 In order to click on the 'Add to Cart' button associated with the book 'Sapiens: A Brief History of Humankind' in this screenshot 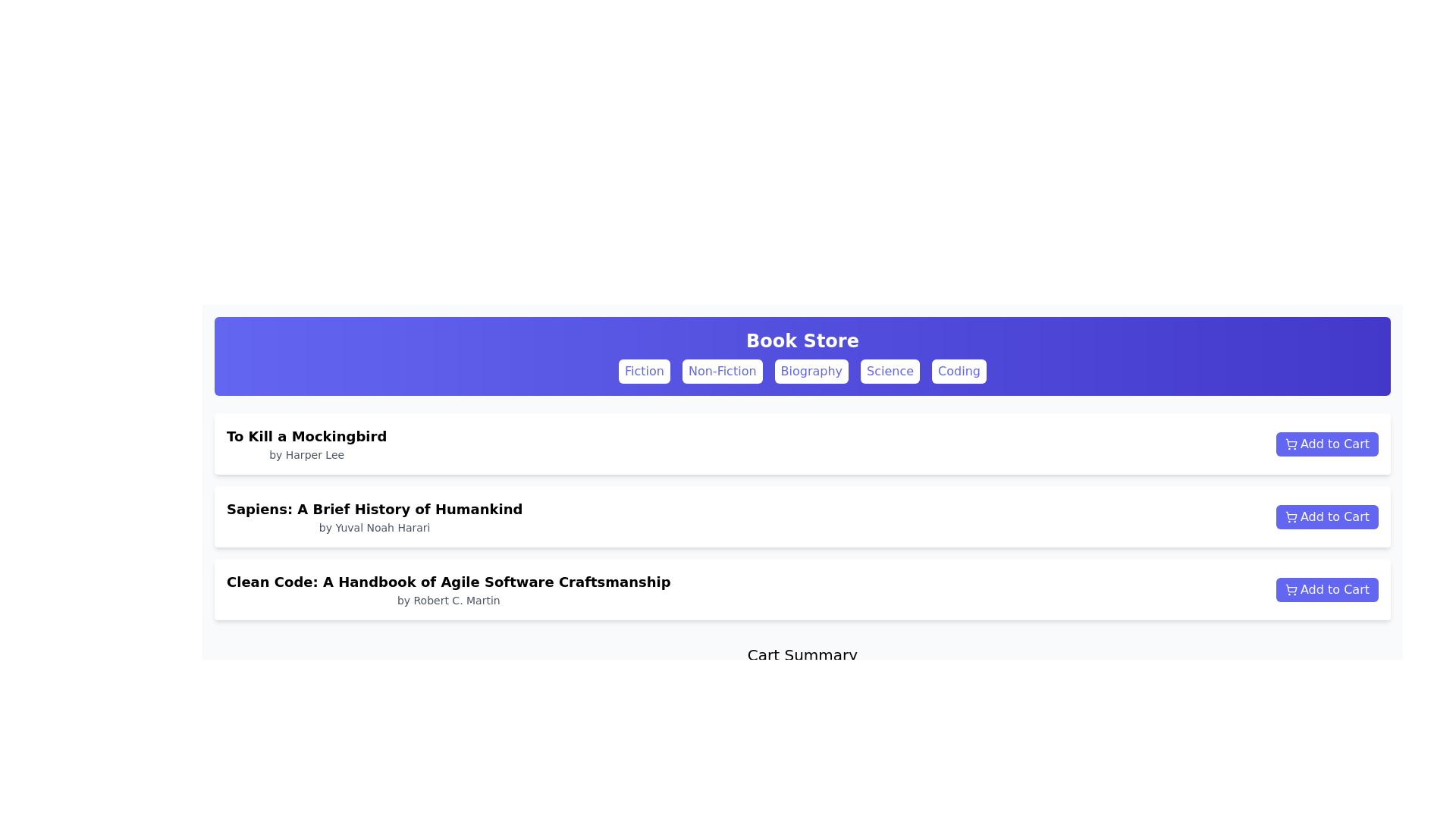, I will do `click(1326, 516)`.